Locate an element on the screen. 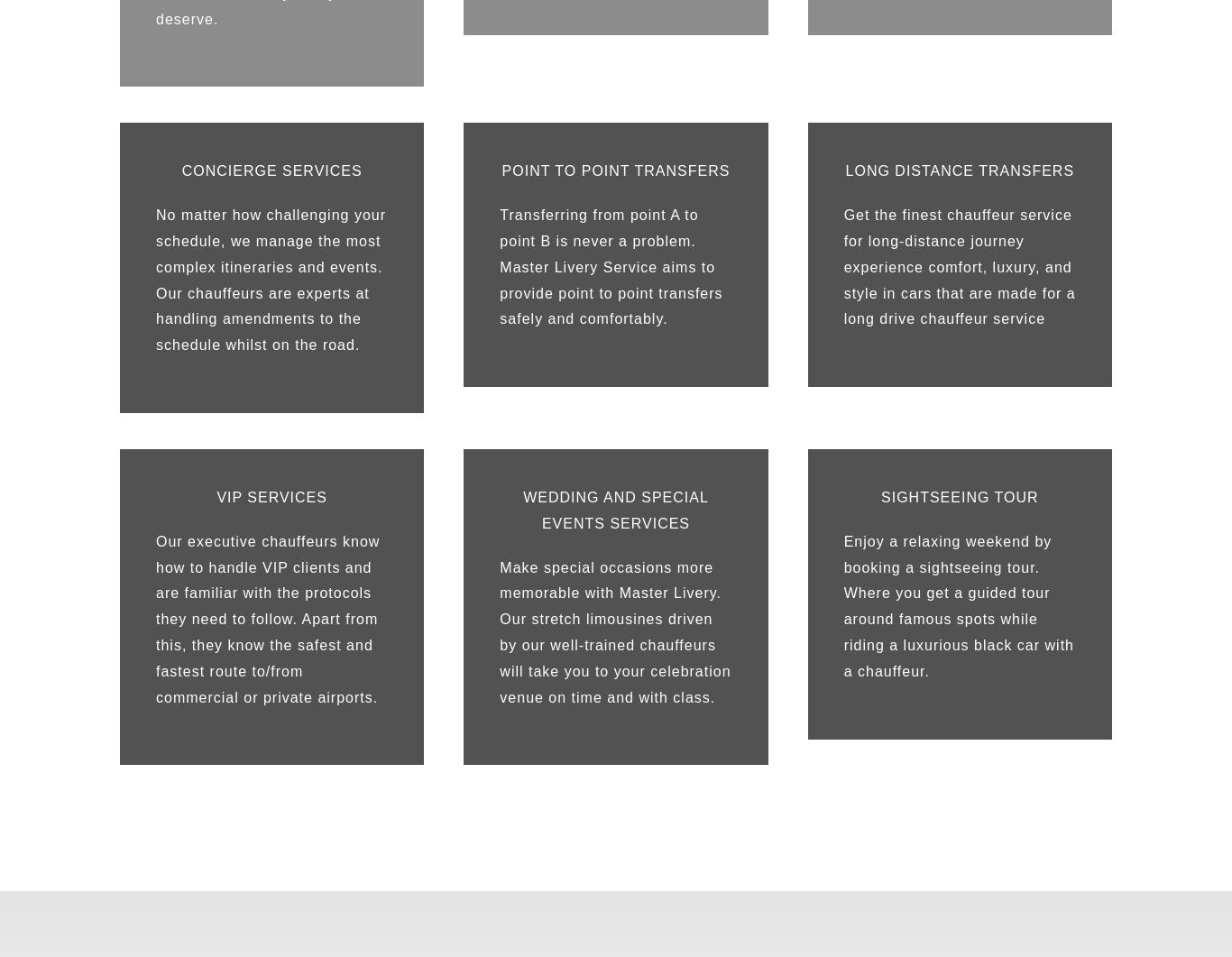  'Make special occasions more memorable with Master Livery. Our stretch limousines driven by our well-trained chauffeurs will take you to your celebration venue on time and with class.' is located at coordinates (614, 630).